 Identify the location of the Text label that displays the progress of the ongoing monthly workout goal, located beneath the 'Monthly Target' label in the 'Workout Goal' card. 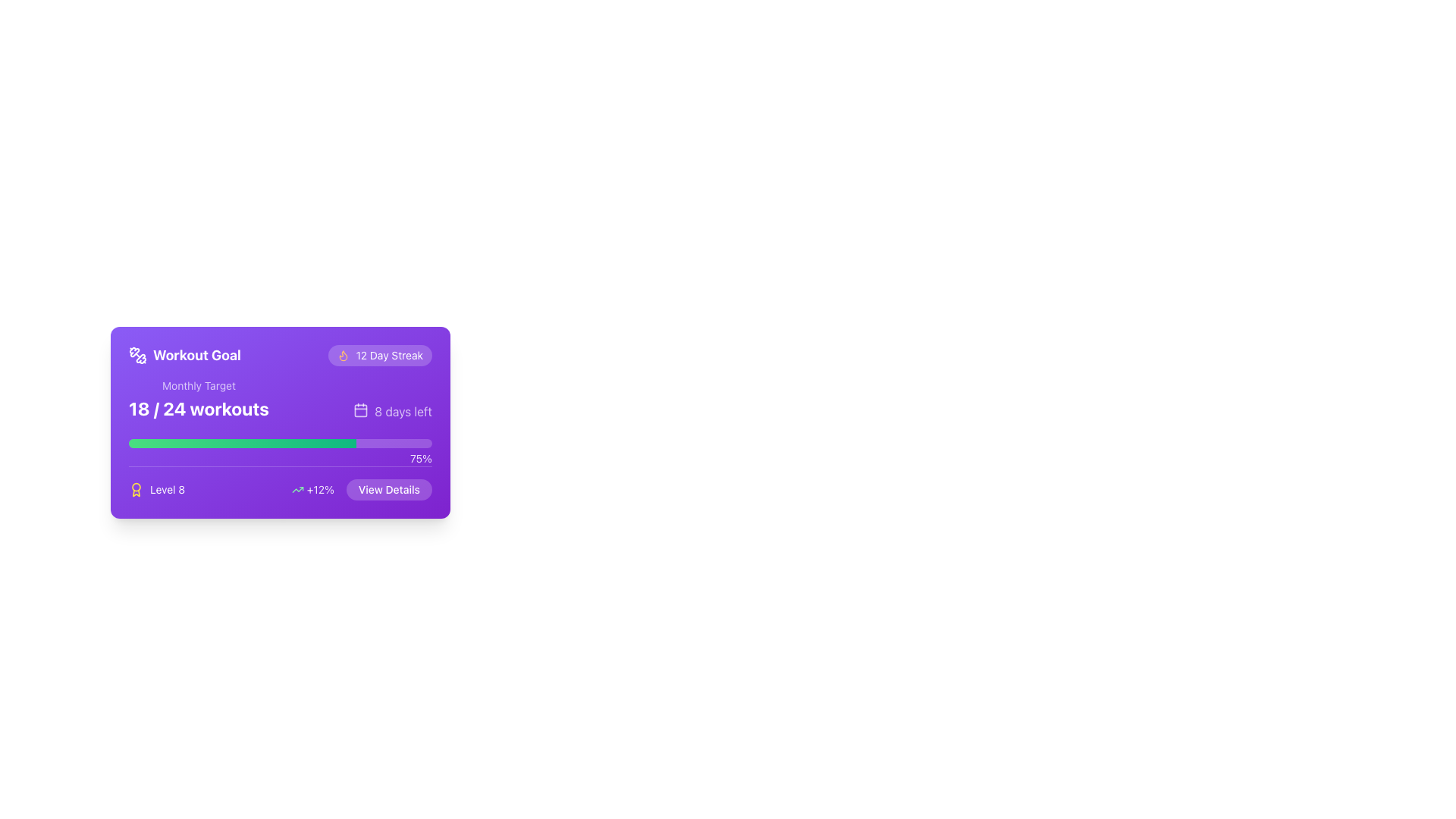
(198, 408).